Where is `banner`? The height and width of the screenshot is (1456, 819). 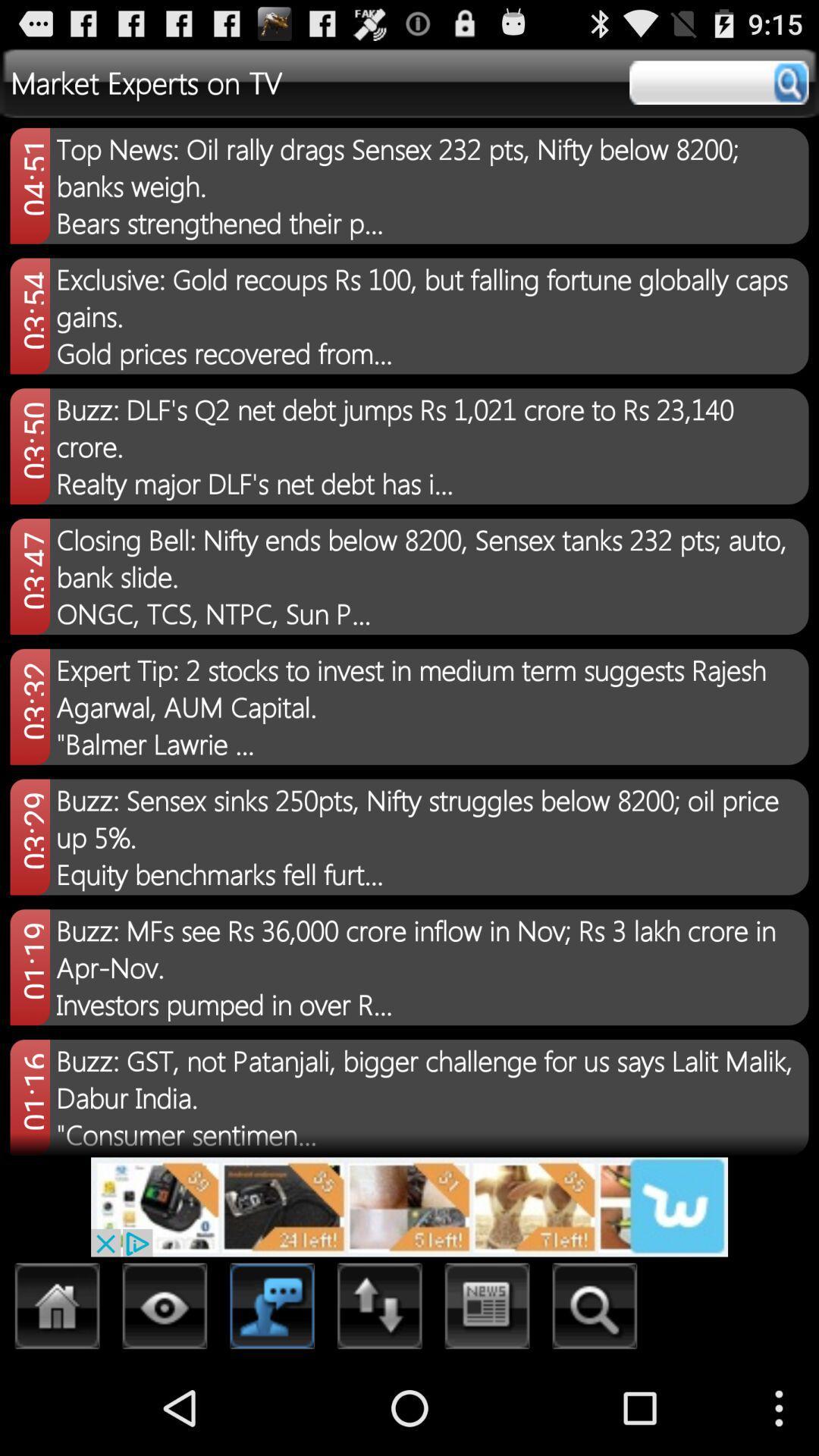 banner is located at coordinates (409, 1206).